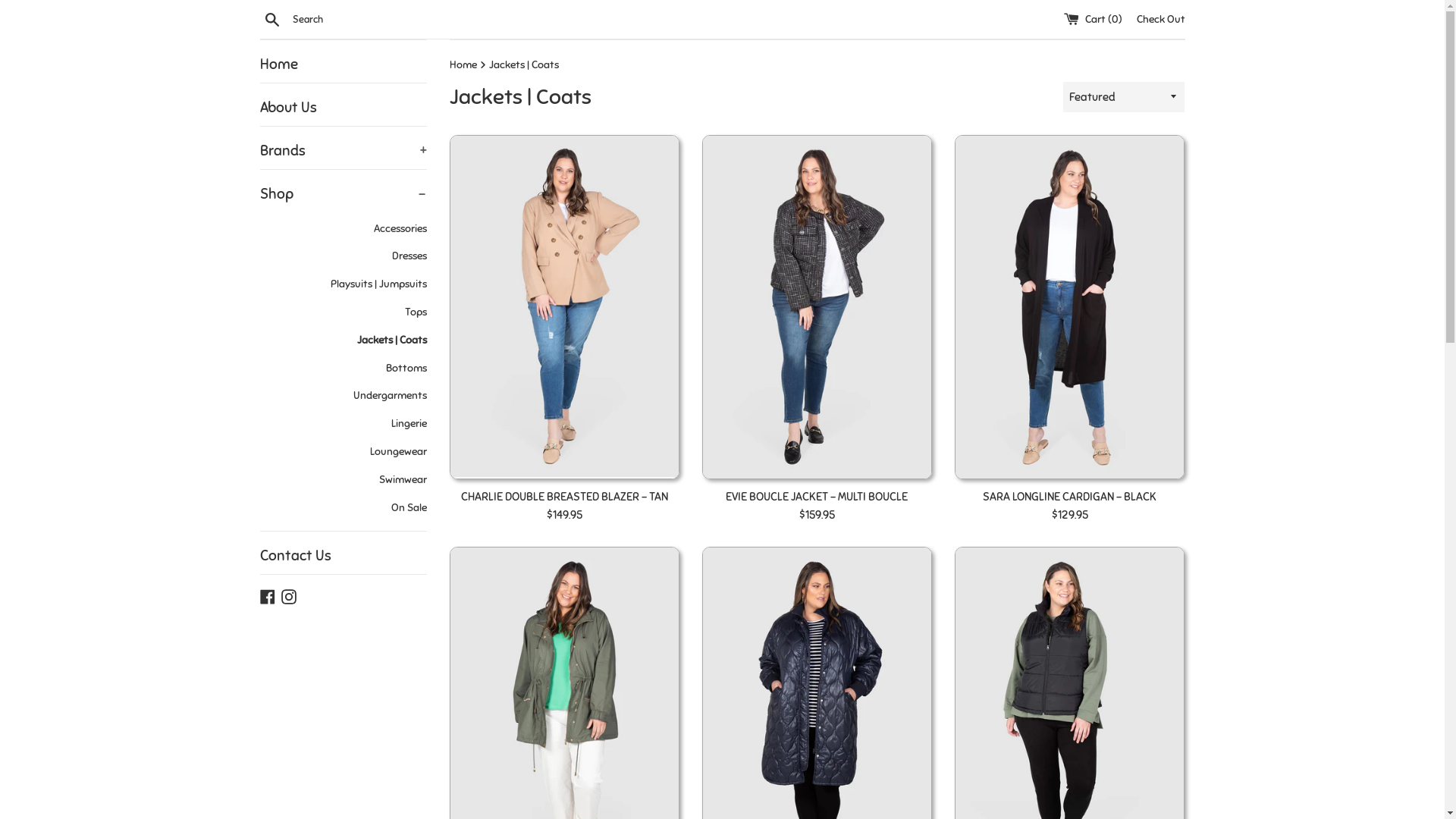  What do you see at coordinates (341, 284) in the screenshot?
I see `'Playsuits | Jumpsuits'` at bounding box center [341, 284].